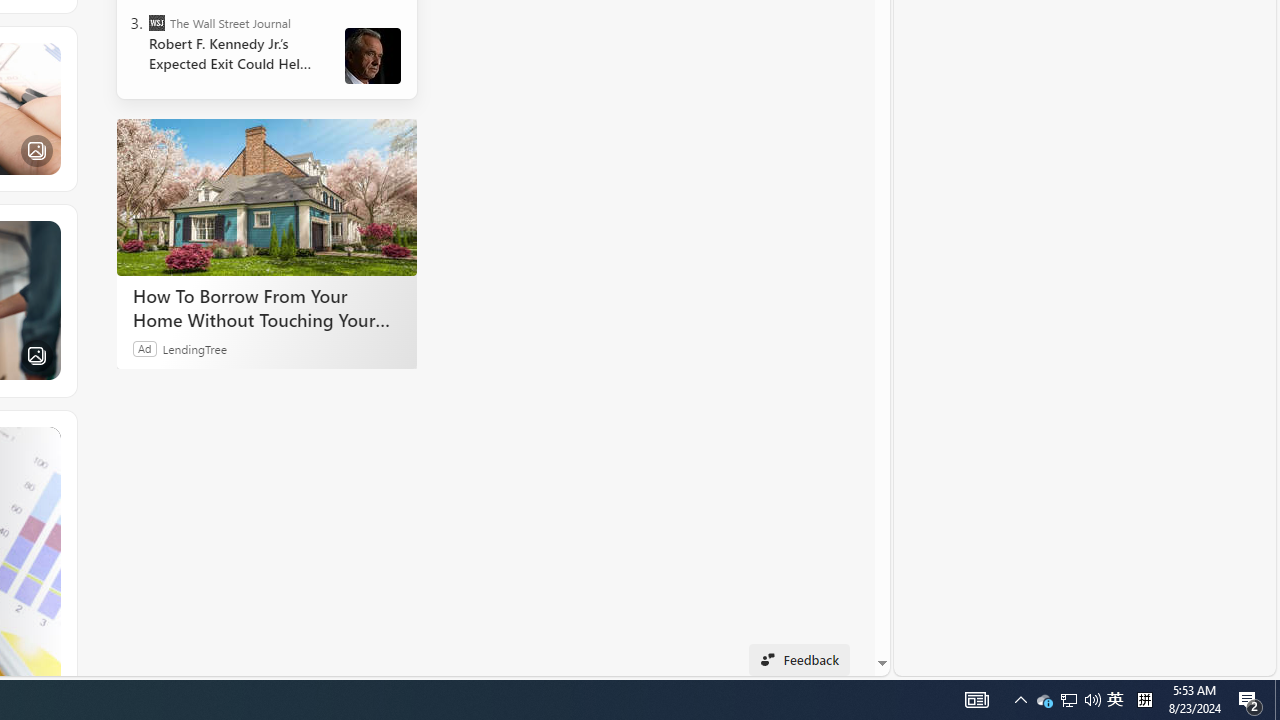 The width and height of the screenshot is (1280, 720). I want to click on 'Ad', so click(144, 347).